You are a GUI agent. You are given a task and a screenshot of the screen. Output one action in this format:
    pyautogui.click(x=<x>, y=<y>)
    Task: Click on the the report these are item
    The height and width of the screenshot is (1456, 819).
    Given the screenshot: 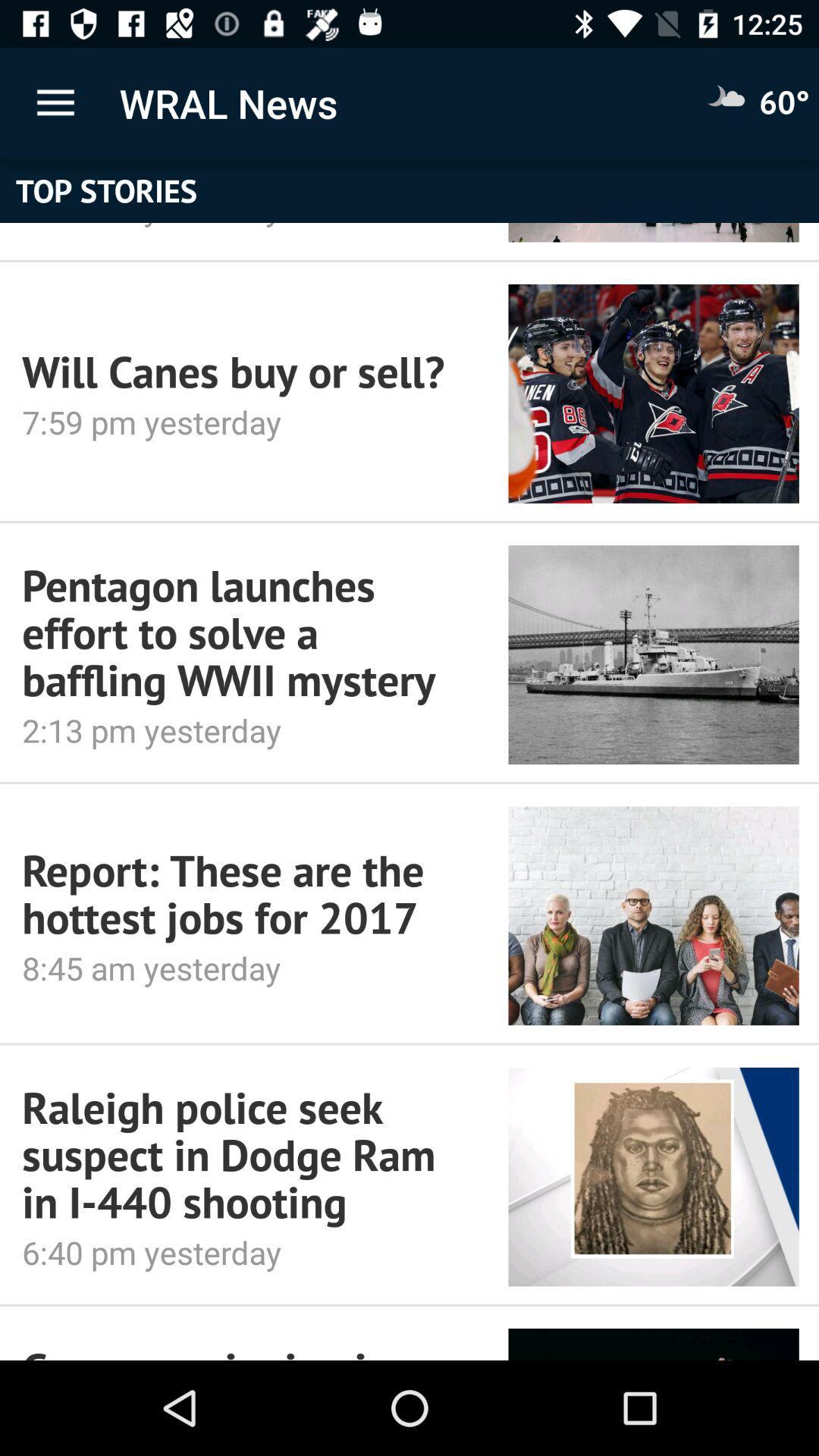 What is the action you would take?
    pyautogui.click(x=243, y=894)
    